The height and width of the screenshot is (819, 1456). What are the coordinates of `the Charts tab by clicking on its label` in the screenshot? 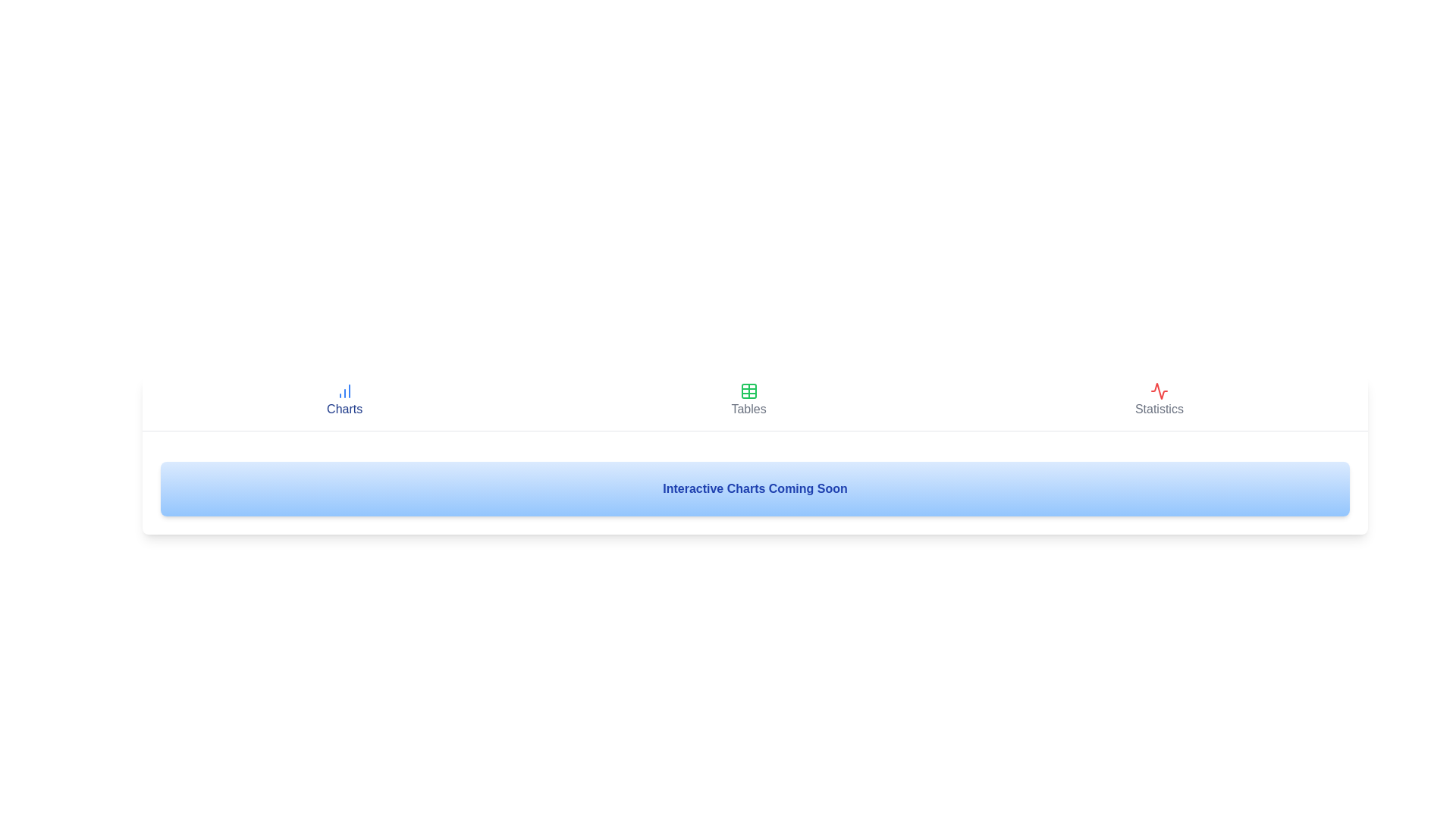 It's located at (344, 400).